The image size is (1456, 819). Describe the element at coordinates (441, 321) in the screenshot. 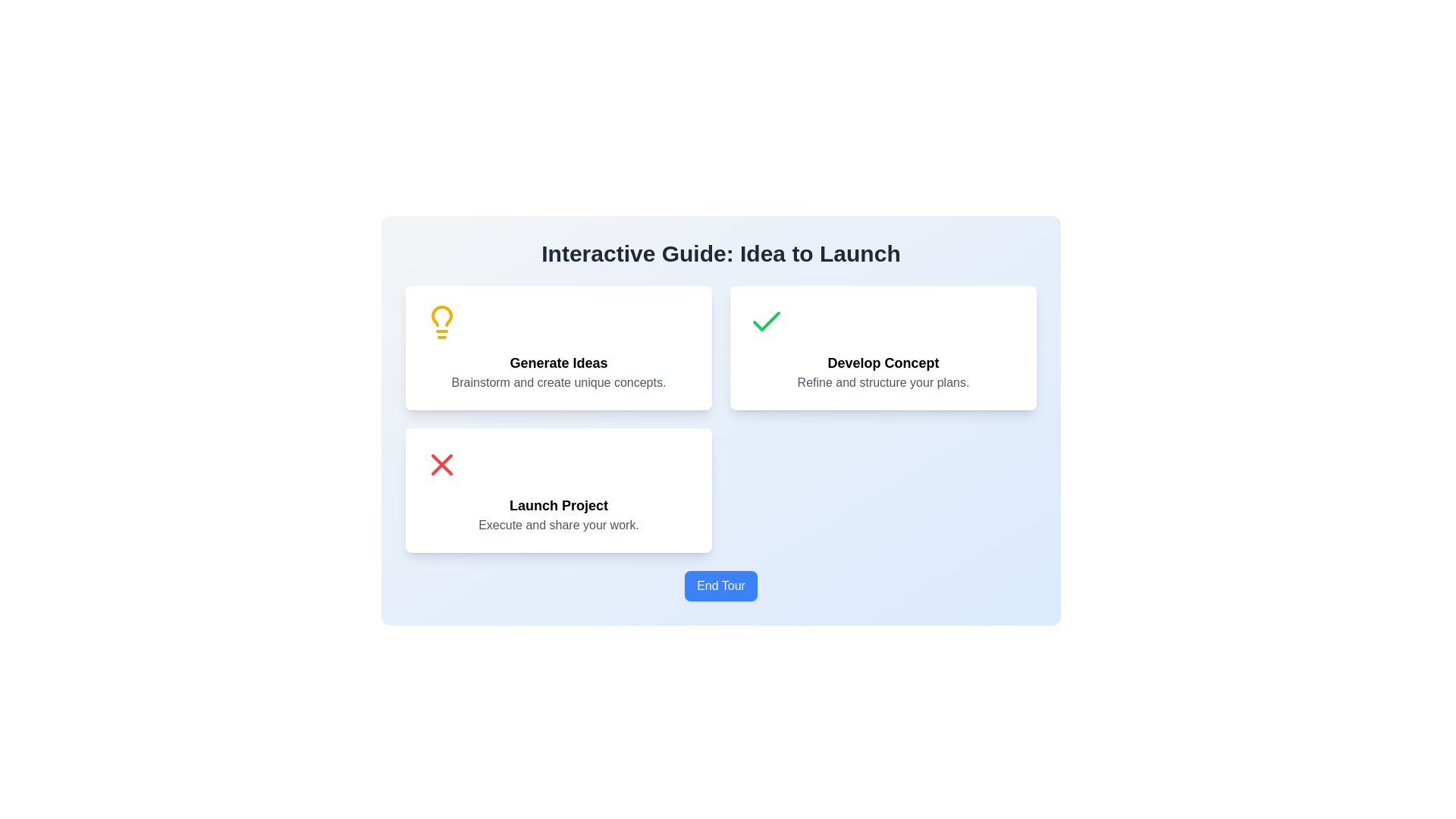

I see `the yellow lightbulb icon located above the heading 'Generate Ideas' in the card labeled 'Generate Ideas'` at that location.